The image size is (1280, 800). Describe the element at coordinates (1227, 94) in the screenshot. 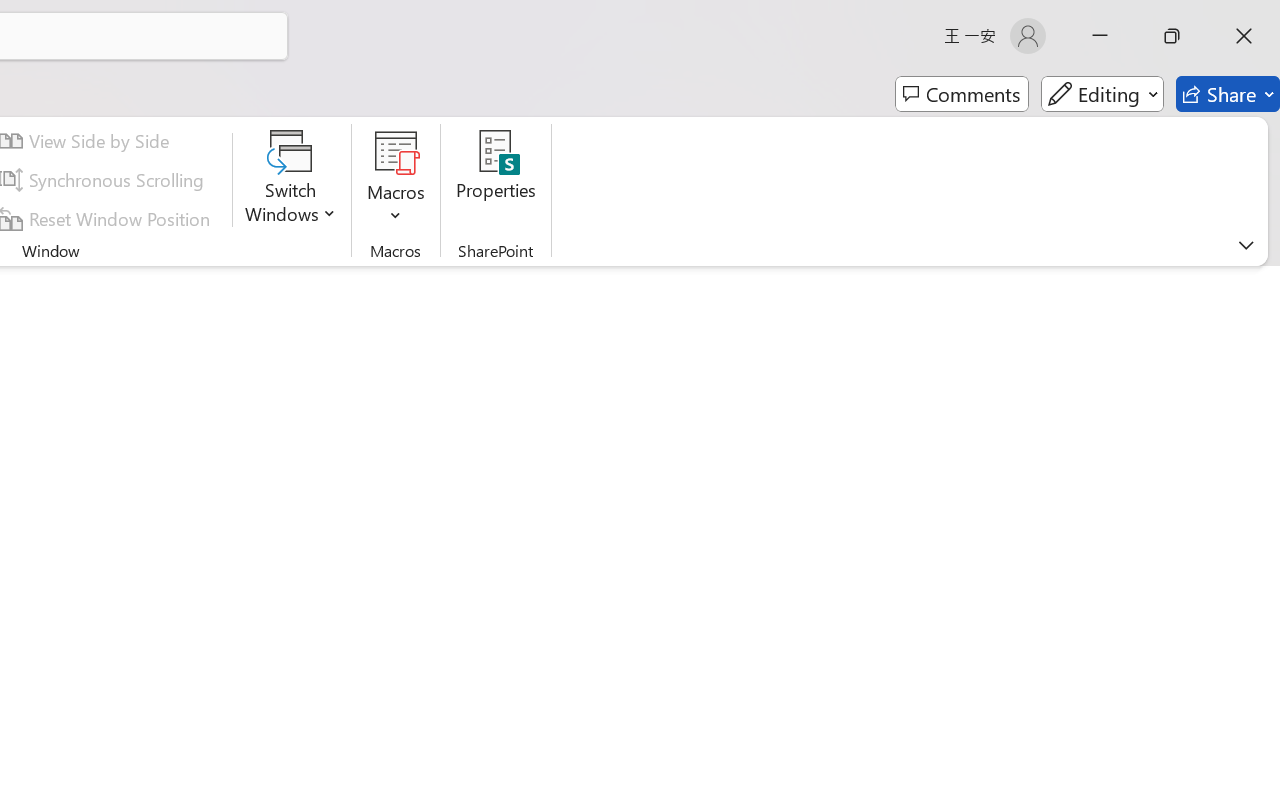

I see `'Share'` at that location.